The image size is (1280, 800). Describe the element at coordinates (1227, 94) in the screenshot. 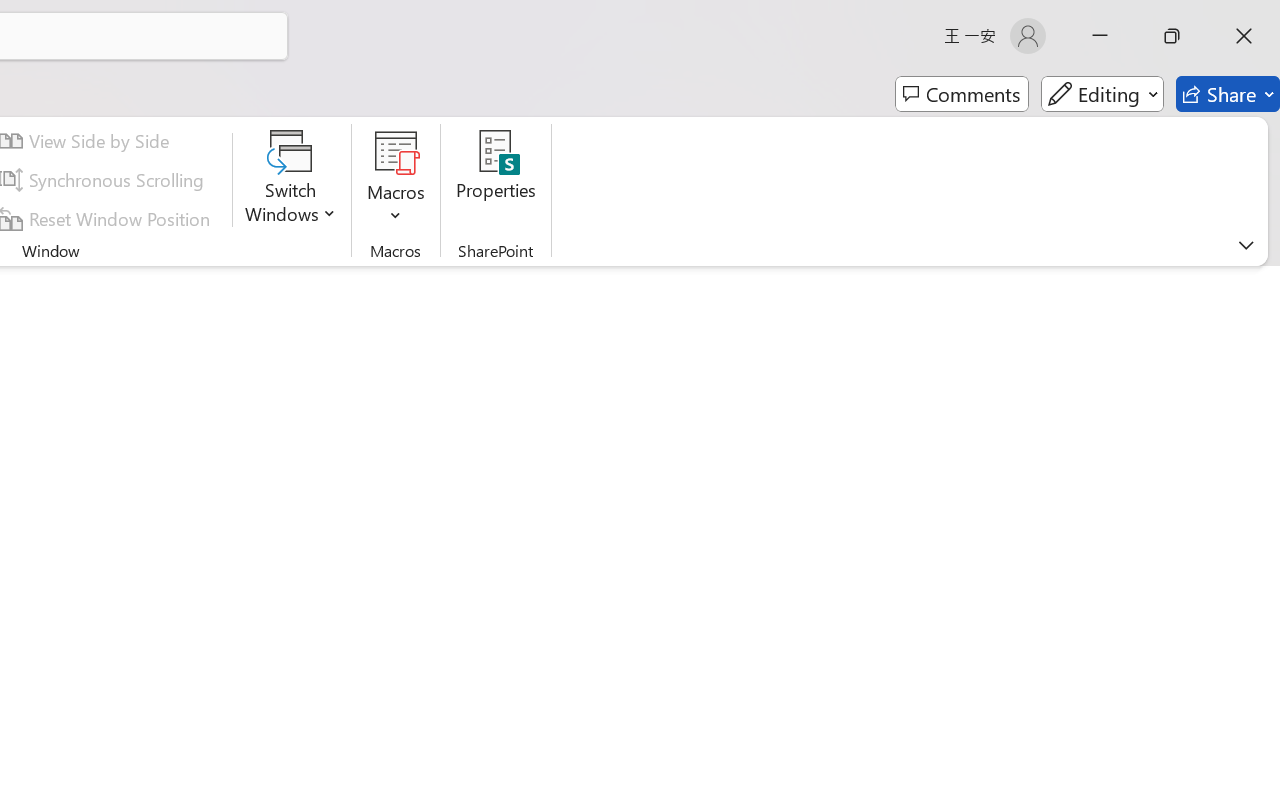

I see `'Share'` at that location.